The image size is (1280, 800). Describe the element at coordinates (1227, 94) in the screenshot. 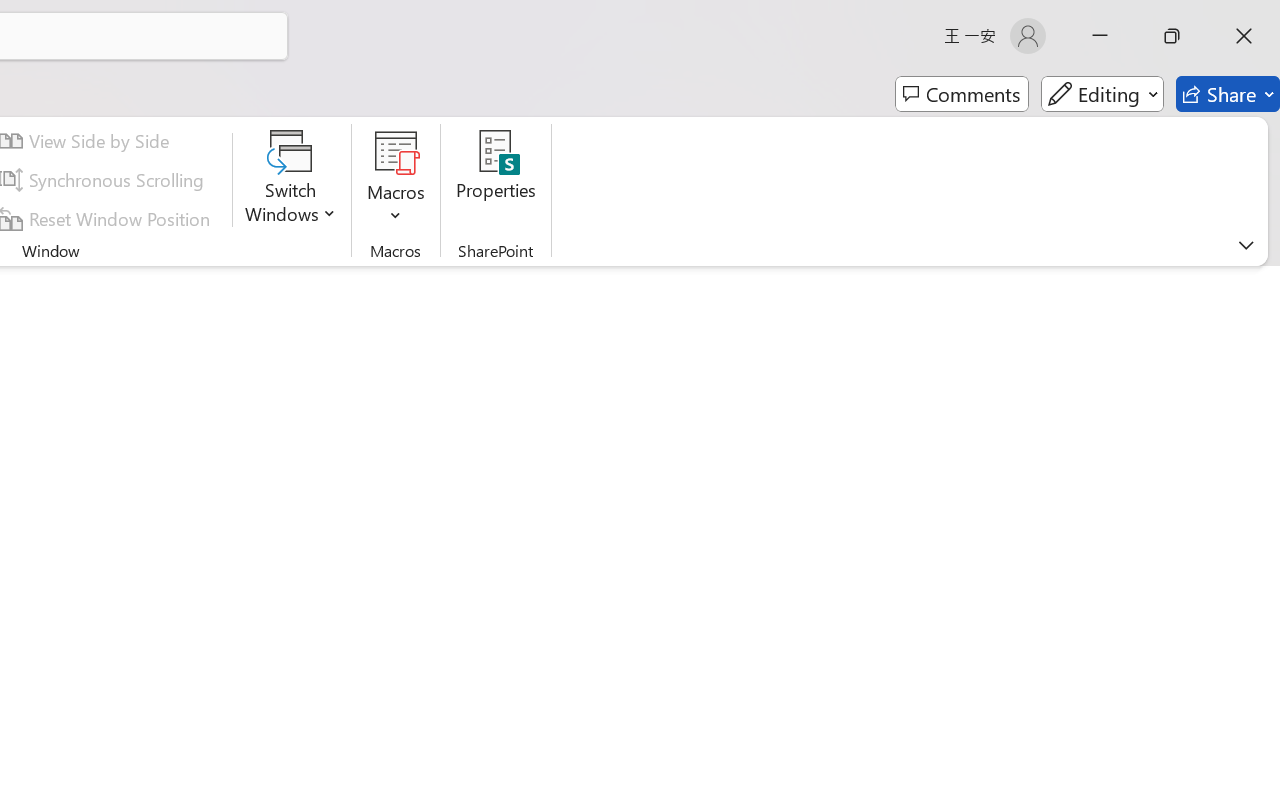

I see `'Share'` at that location.